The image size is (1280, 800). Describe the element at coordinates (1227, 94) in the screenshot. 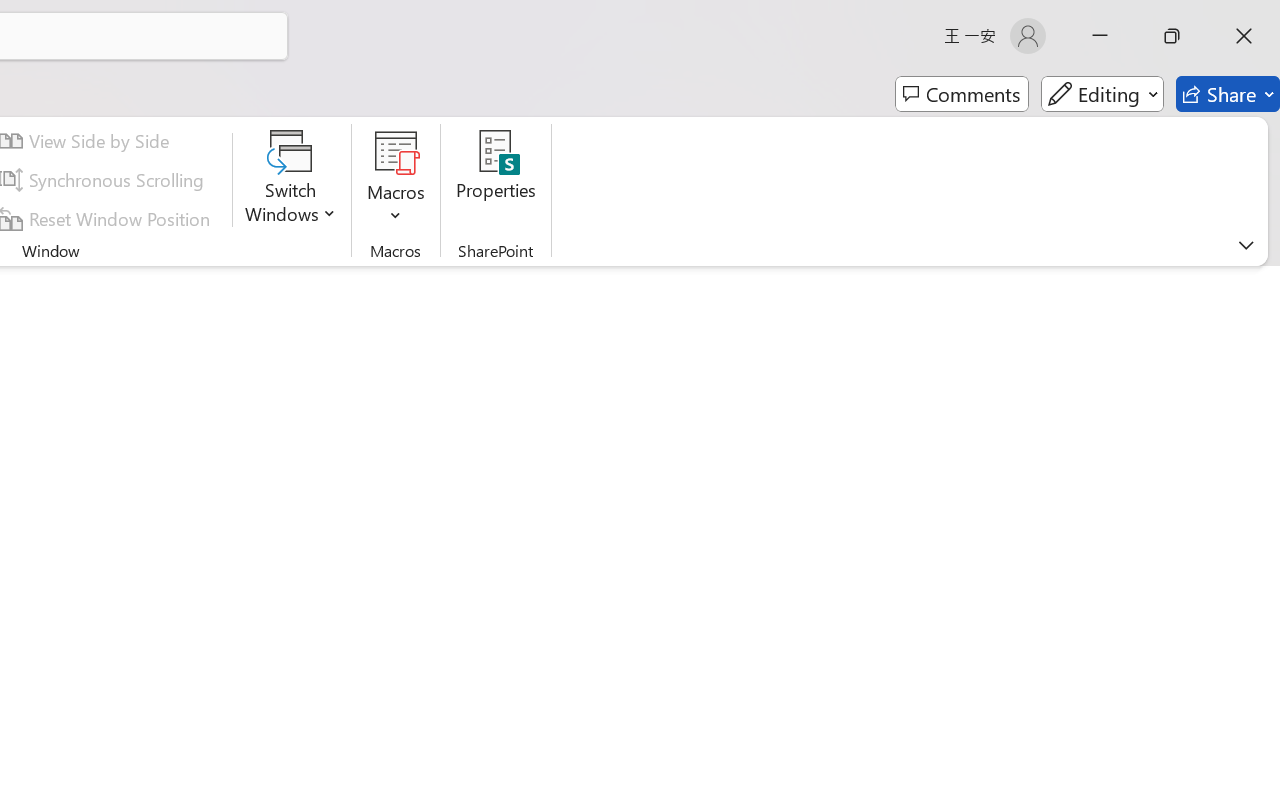

I see `'Share'` at that location.